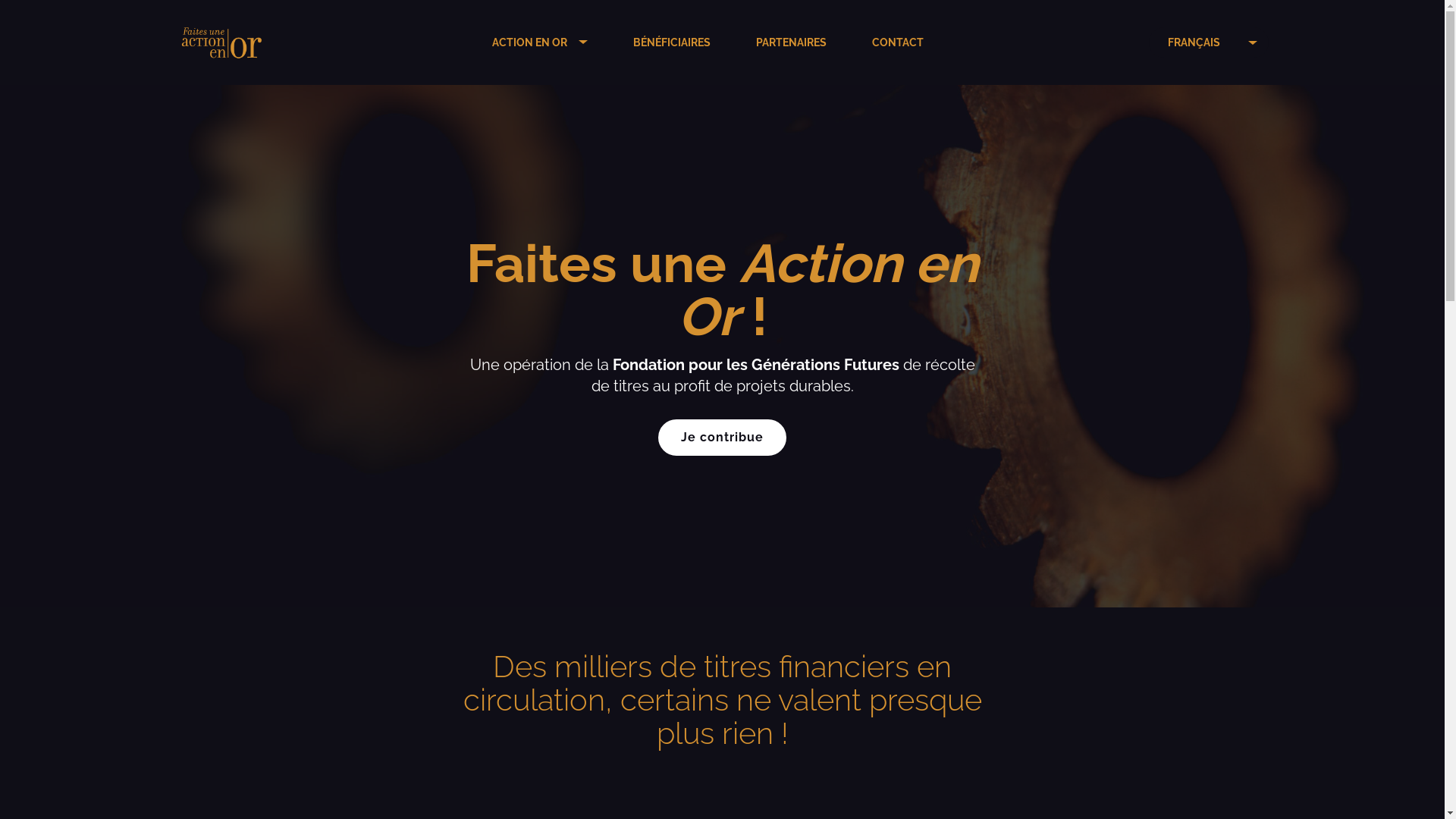 The width and height of the screenshot is (1456, 819). What do you see at coordinates (491, 42) in the screenshot?
I see `'ACTION EN OR'` at bounding box center [491, 42].